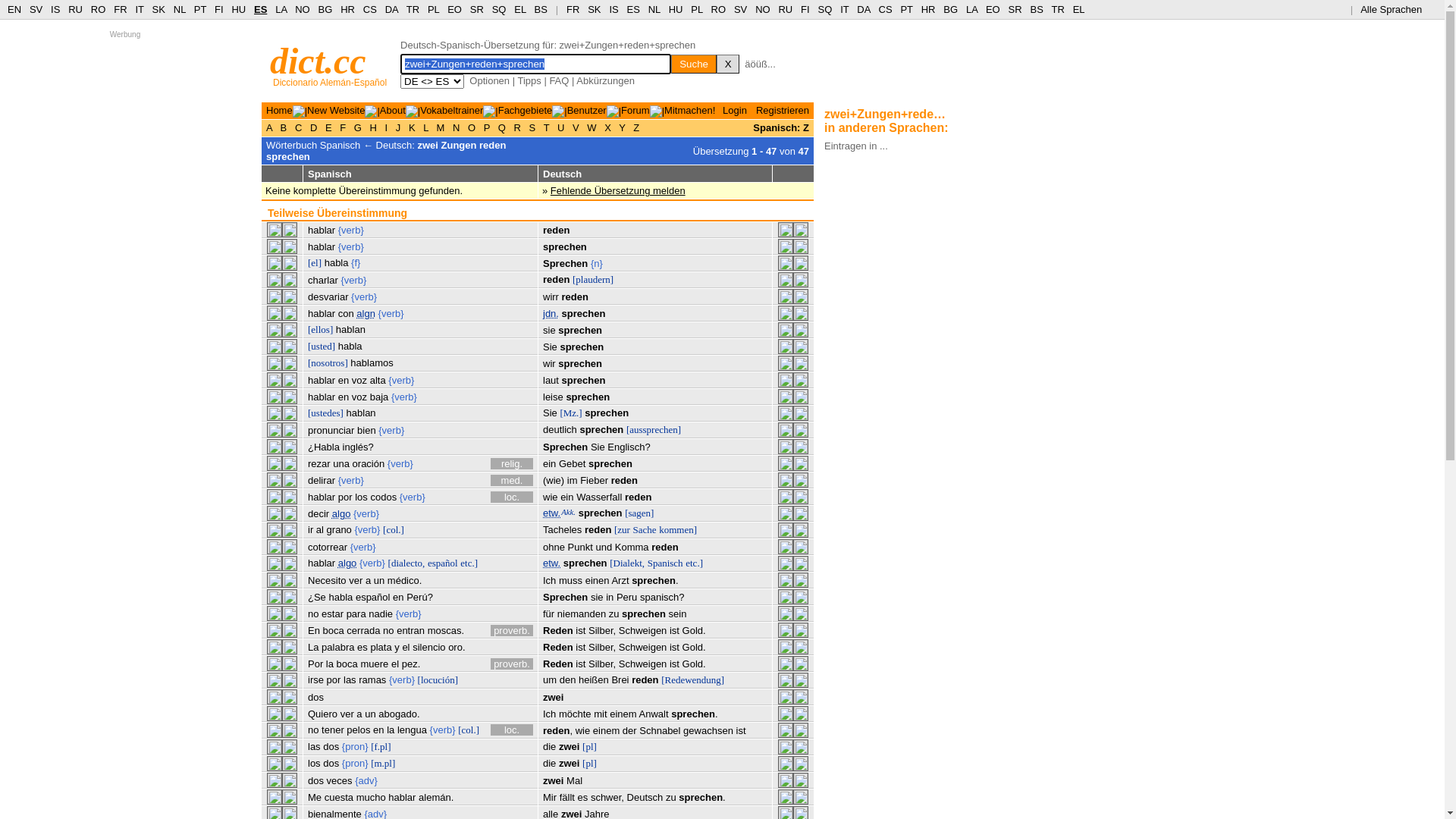 Image resolution: width=1456 pixels, height=819 pixels. I want to click on 'sprechen', so click(586, 396).